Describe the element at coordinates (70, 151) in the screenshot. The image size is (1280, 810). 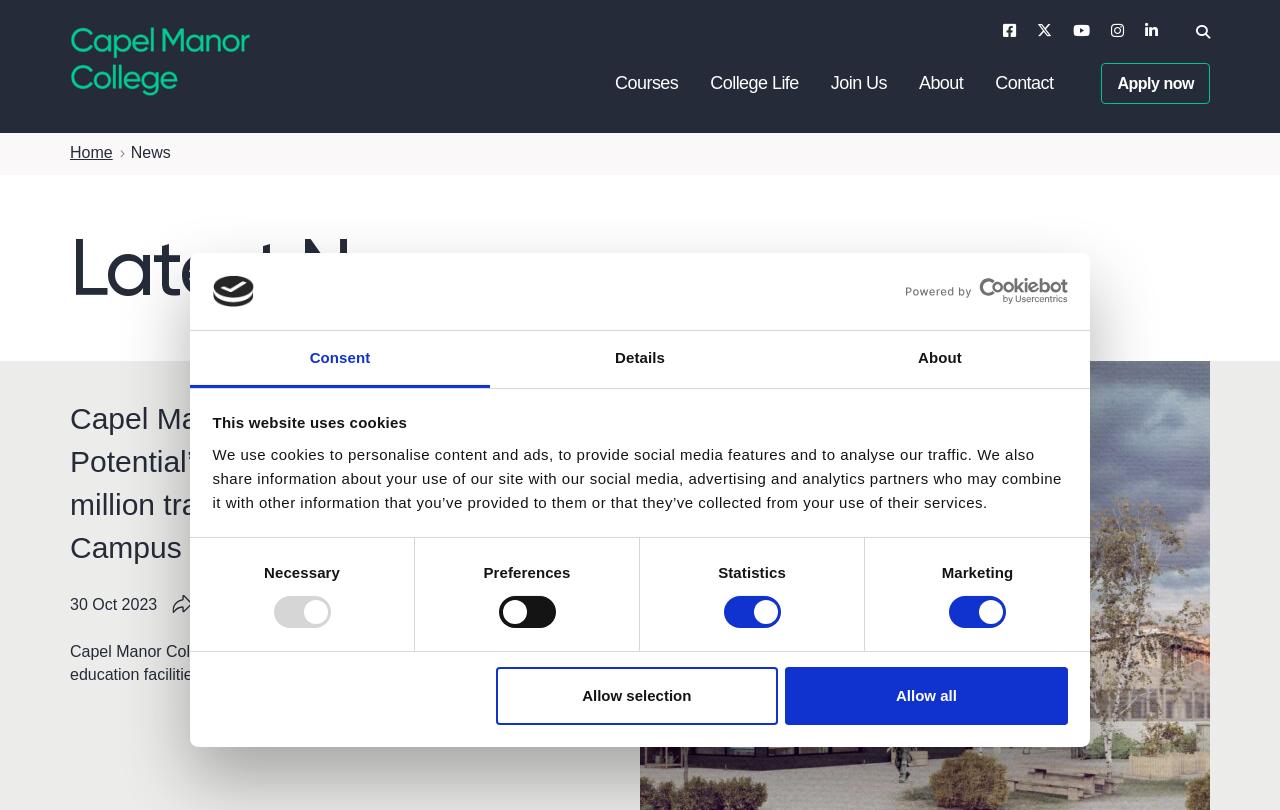
I see `'Home'` at that location.